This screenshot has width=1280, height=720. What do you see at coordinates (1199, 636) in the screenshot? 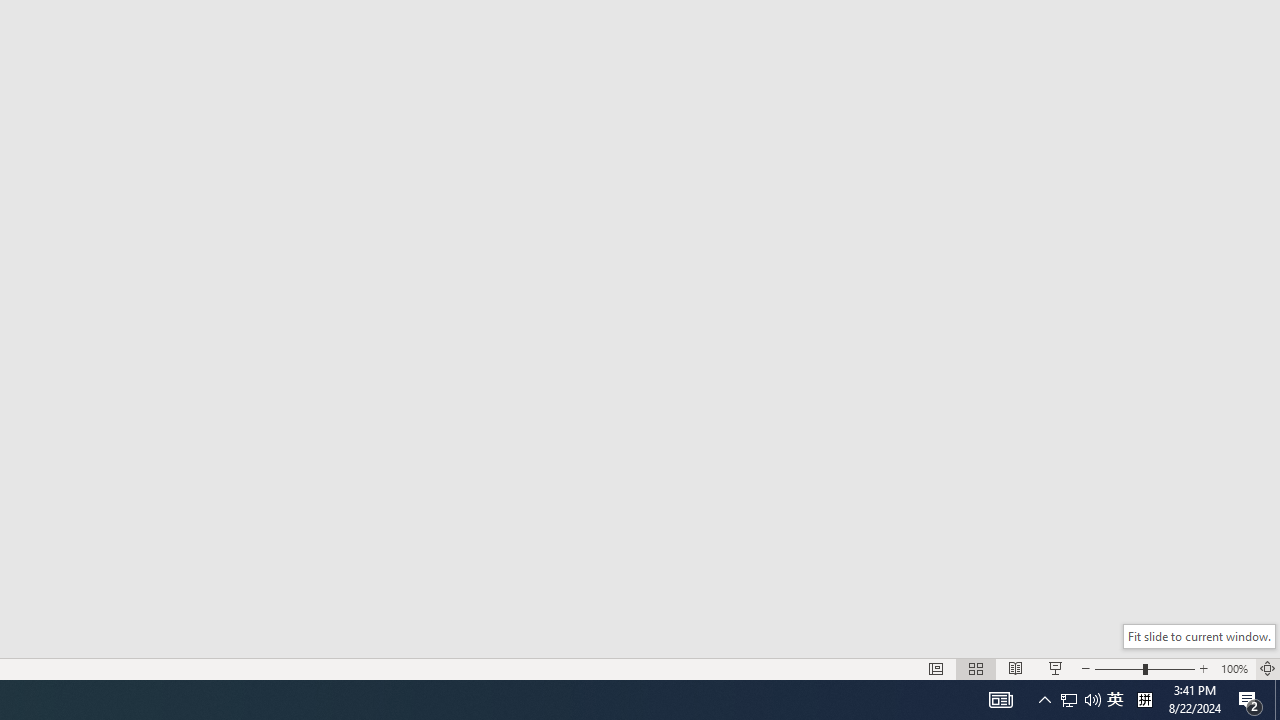
I see `'Fit slide to current window.'` at bounding box center [1199, 636].